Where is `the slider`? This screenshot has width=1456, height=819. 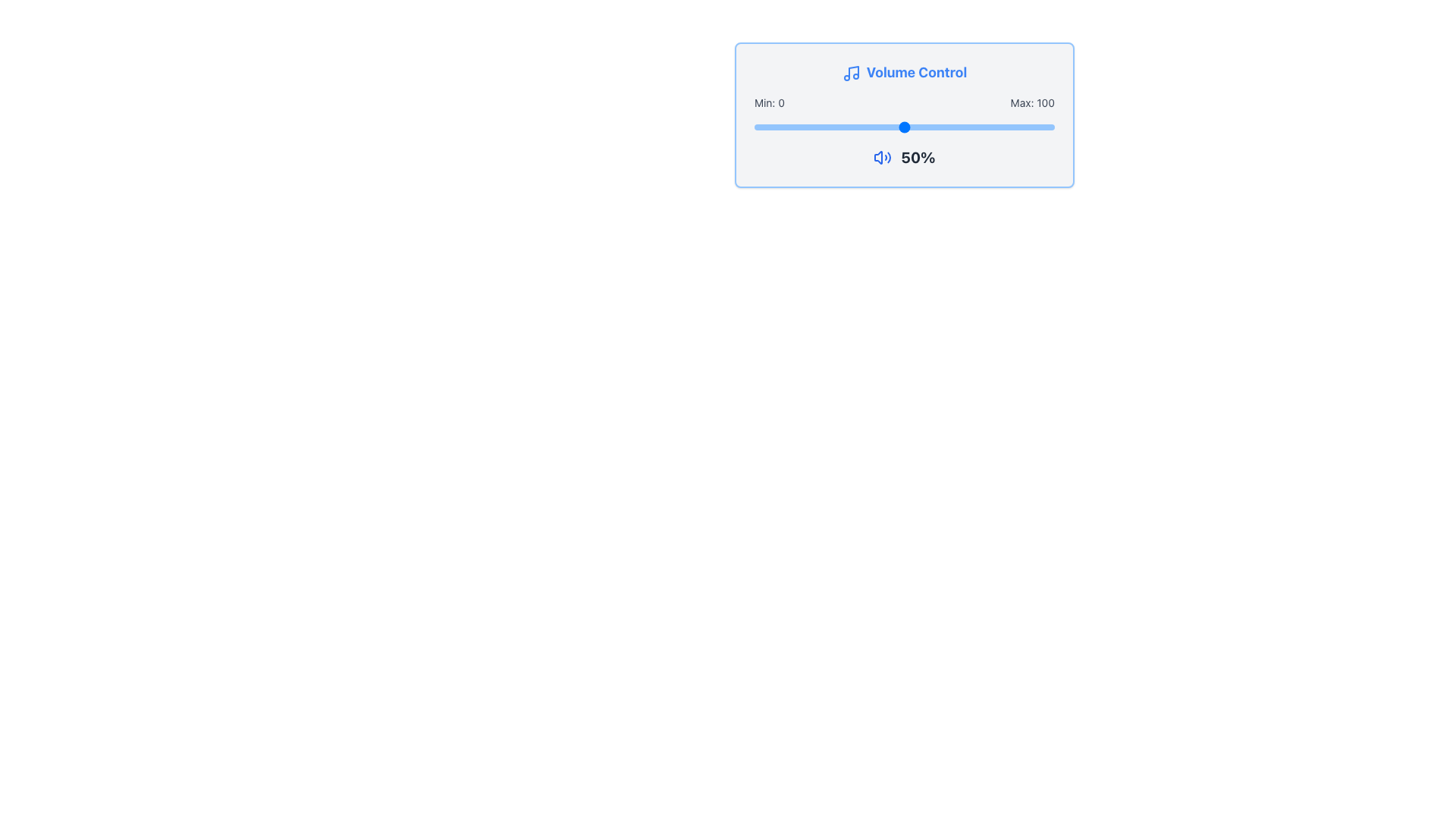 the slider is located at coordinates (846, 127).